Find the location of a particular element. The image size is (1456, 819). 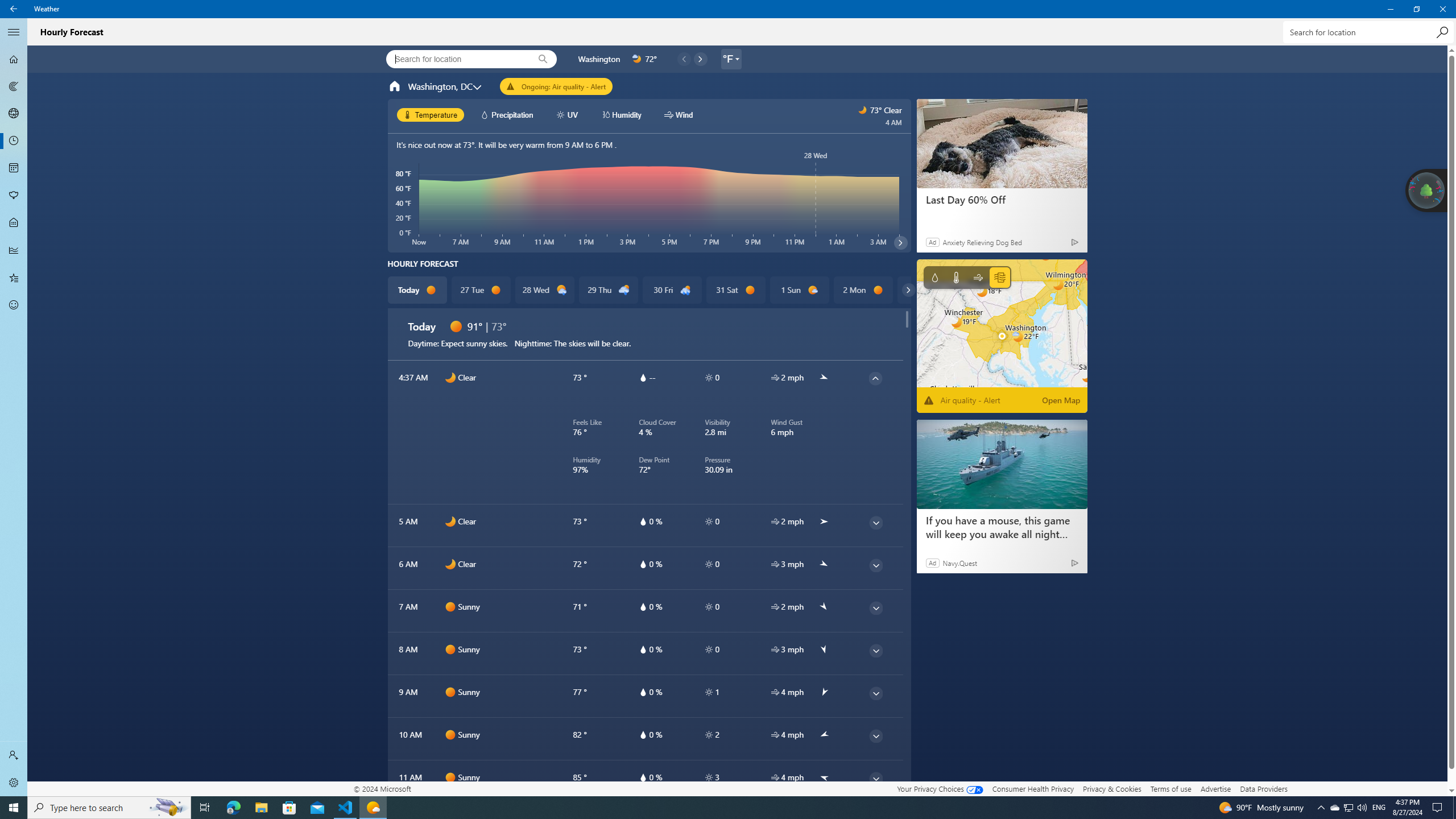

'Send Feedback - Not Selected' is located at coordinates (14, 305).